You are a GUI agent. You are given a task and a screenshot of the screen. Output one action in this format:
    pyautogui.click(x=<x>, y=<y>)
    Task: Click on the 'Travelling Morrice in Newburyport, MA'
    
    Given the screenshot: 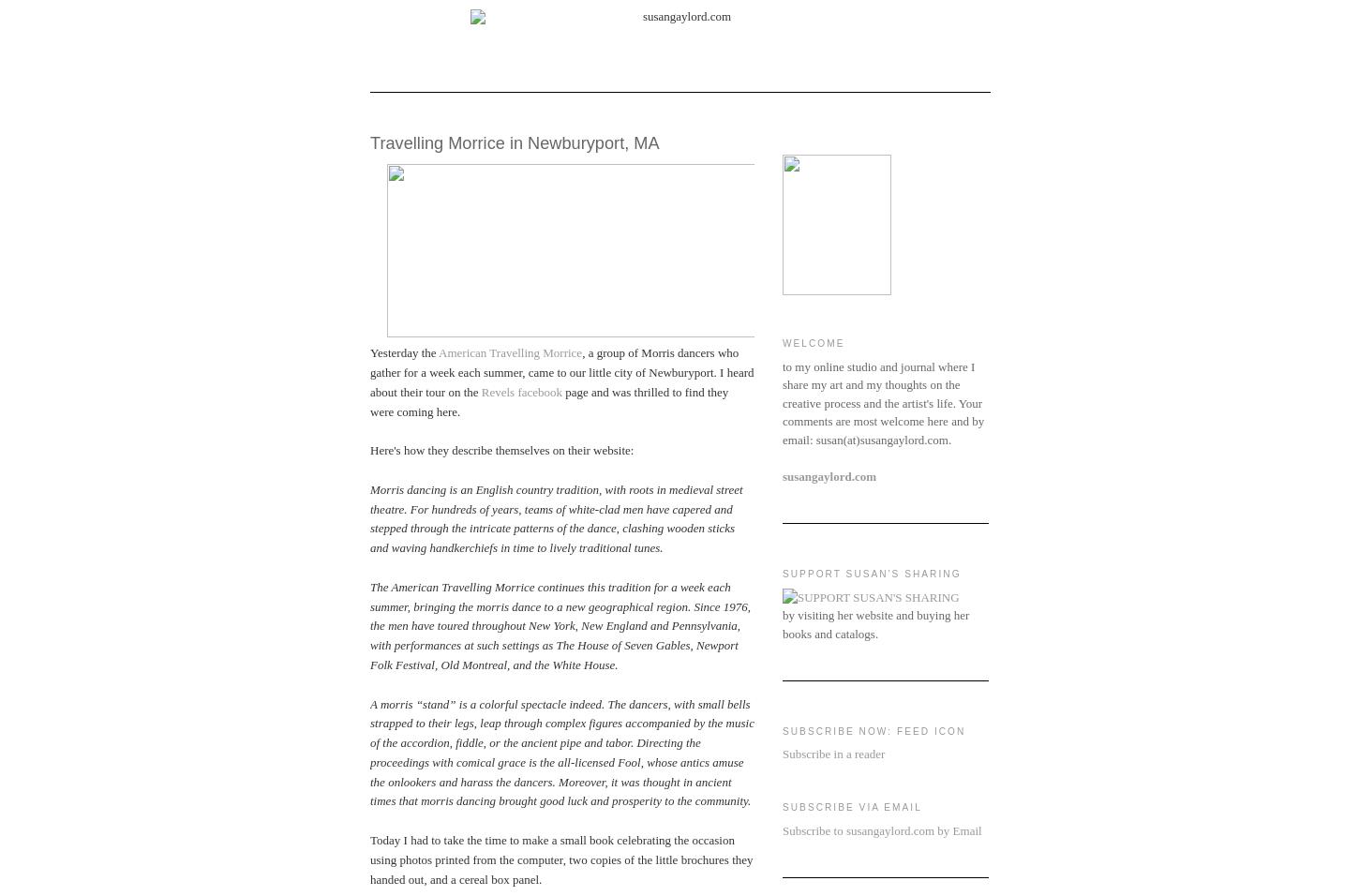 What is the action you would take?
    pyautogui.click(x=514, y=142)
    